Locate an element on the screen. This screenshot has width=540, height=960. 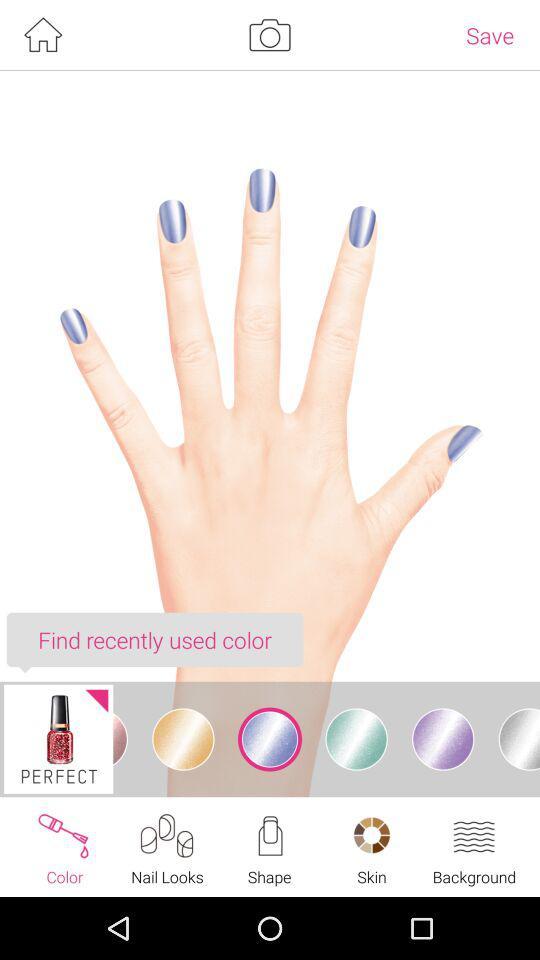
save app is located at coordinates (489, 34).